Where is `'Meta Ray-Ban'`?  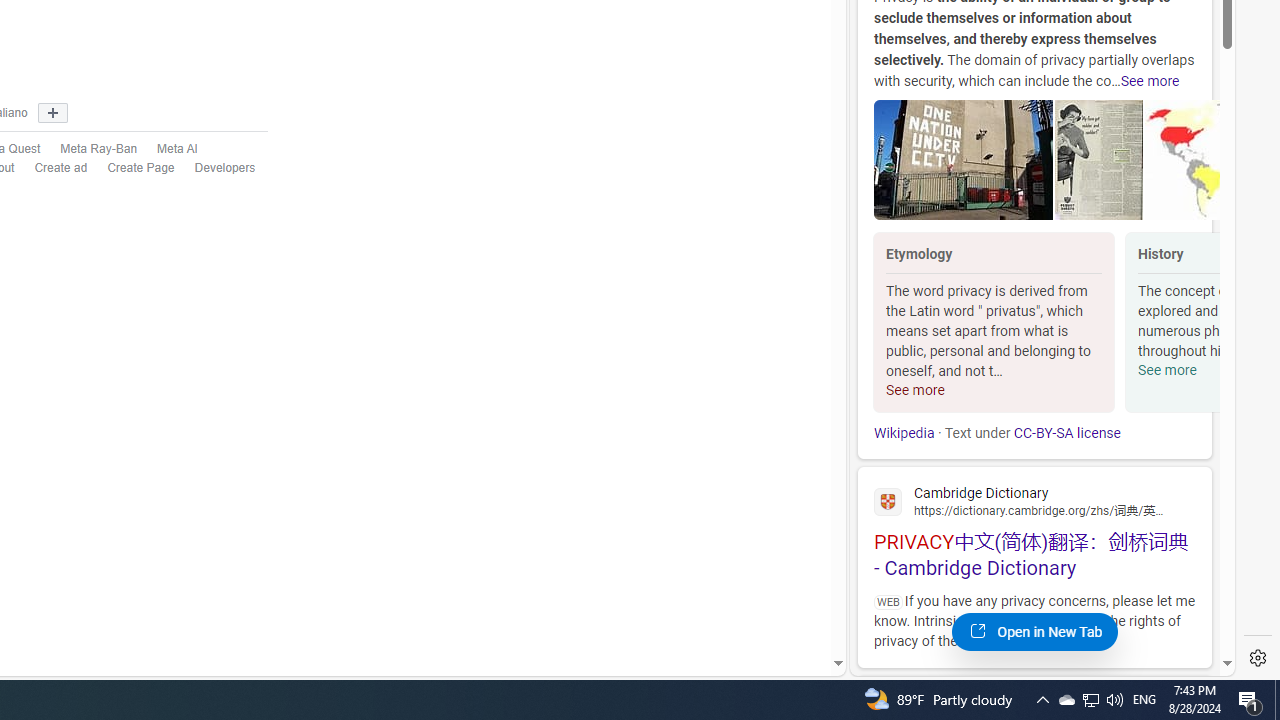
'Meta Ray-Ban' is located at coordinates (87, 148).